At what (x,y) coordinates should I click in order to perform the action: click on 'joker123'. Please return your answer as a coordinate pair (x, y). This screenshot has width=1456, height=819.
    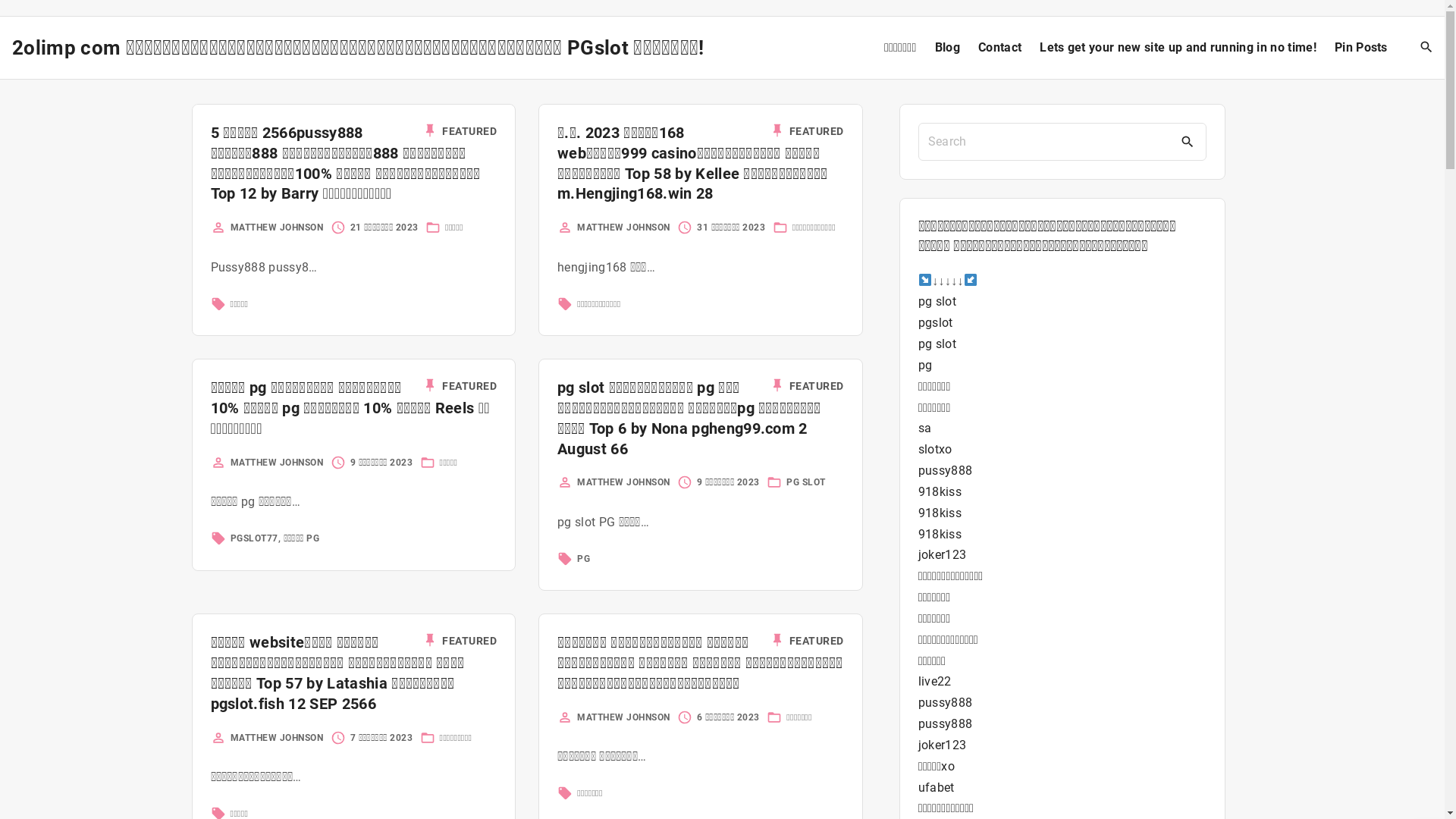
    Looking at the image, I should click on (942, 554).